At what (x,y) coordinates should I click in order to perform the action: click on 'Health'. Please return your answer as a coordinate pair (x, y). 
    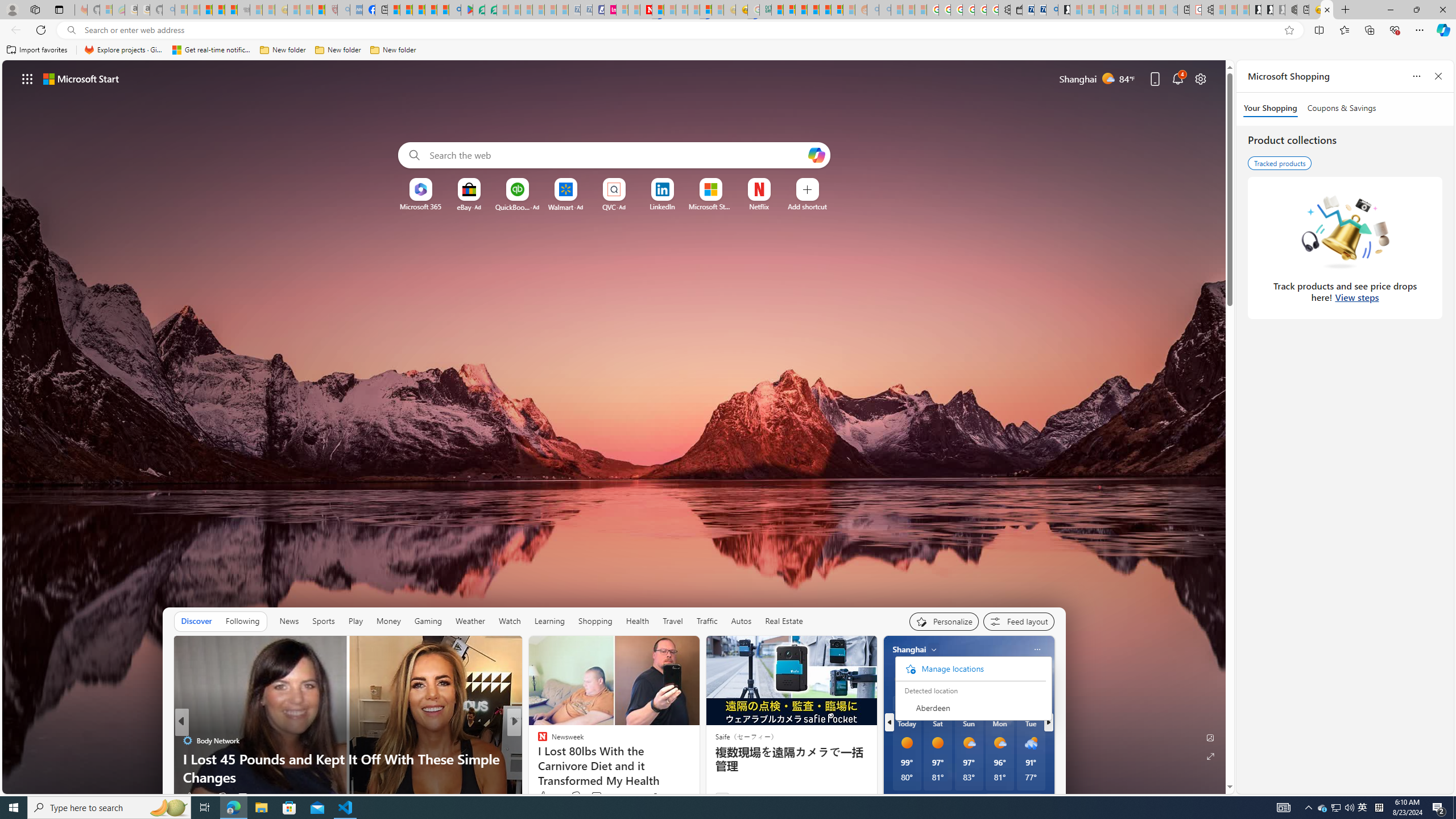
    Looking at the image, I should click on (638, 621).